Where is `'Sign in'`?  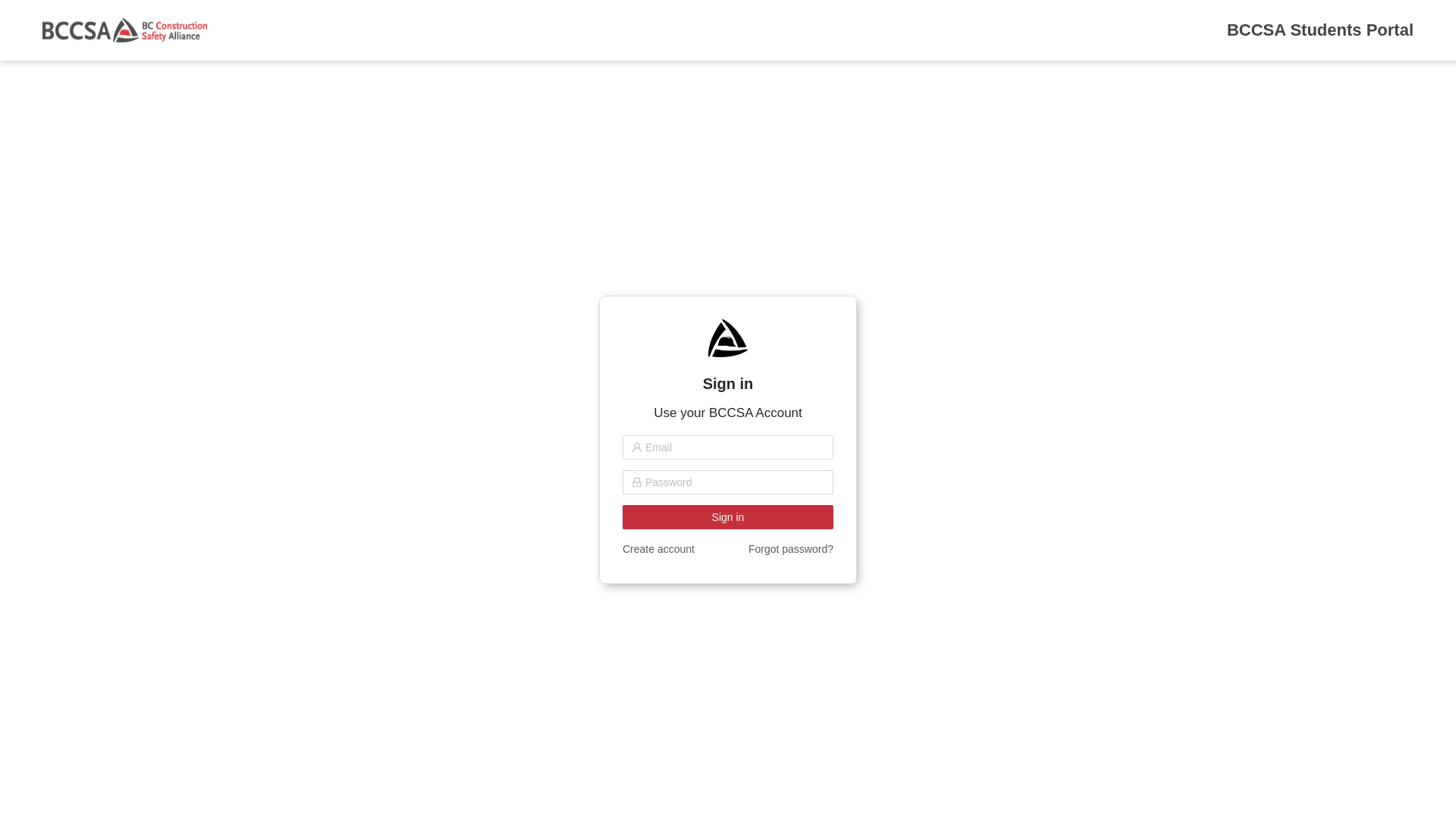 'Sign in' is located at coordinates (728, 516).